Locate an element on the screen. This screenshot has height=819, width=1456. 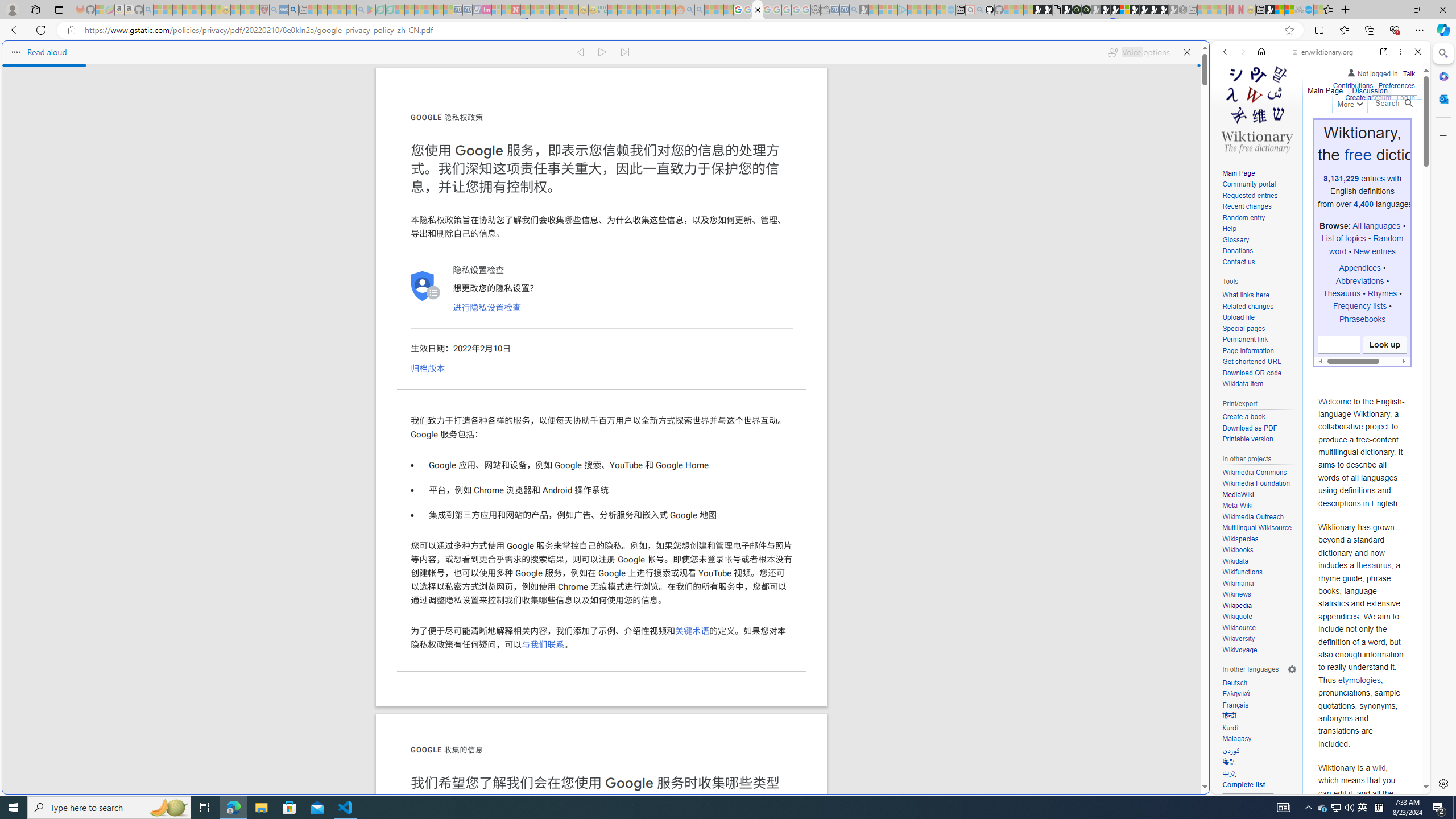
'Wikiversity' is located at coordinates (1259, 639).